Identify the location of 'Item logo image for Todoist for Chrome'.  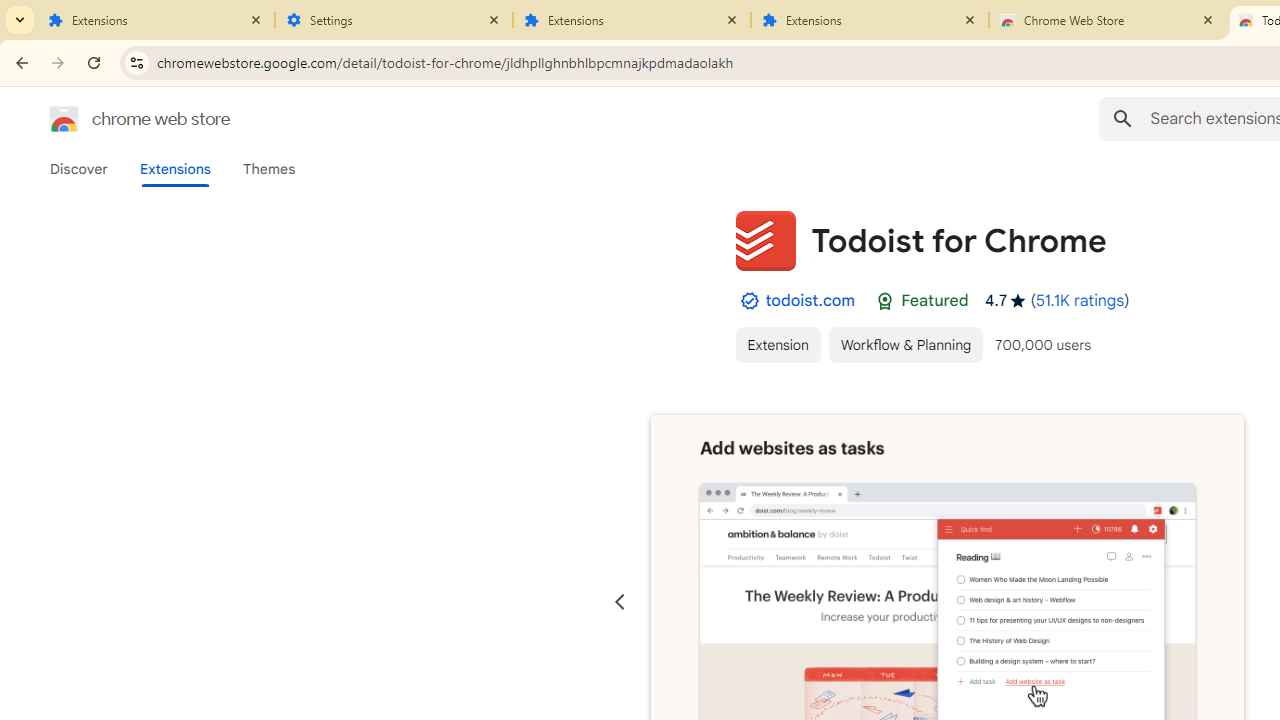
(764, 239).